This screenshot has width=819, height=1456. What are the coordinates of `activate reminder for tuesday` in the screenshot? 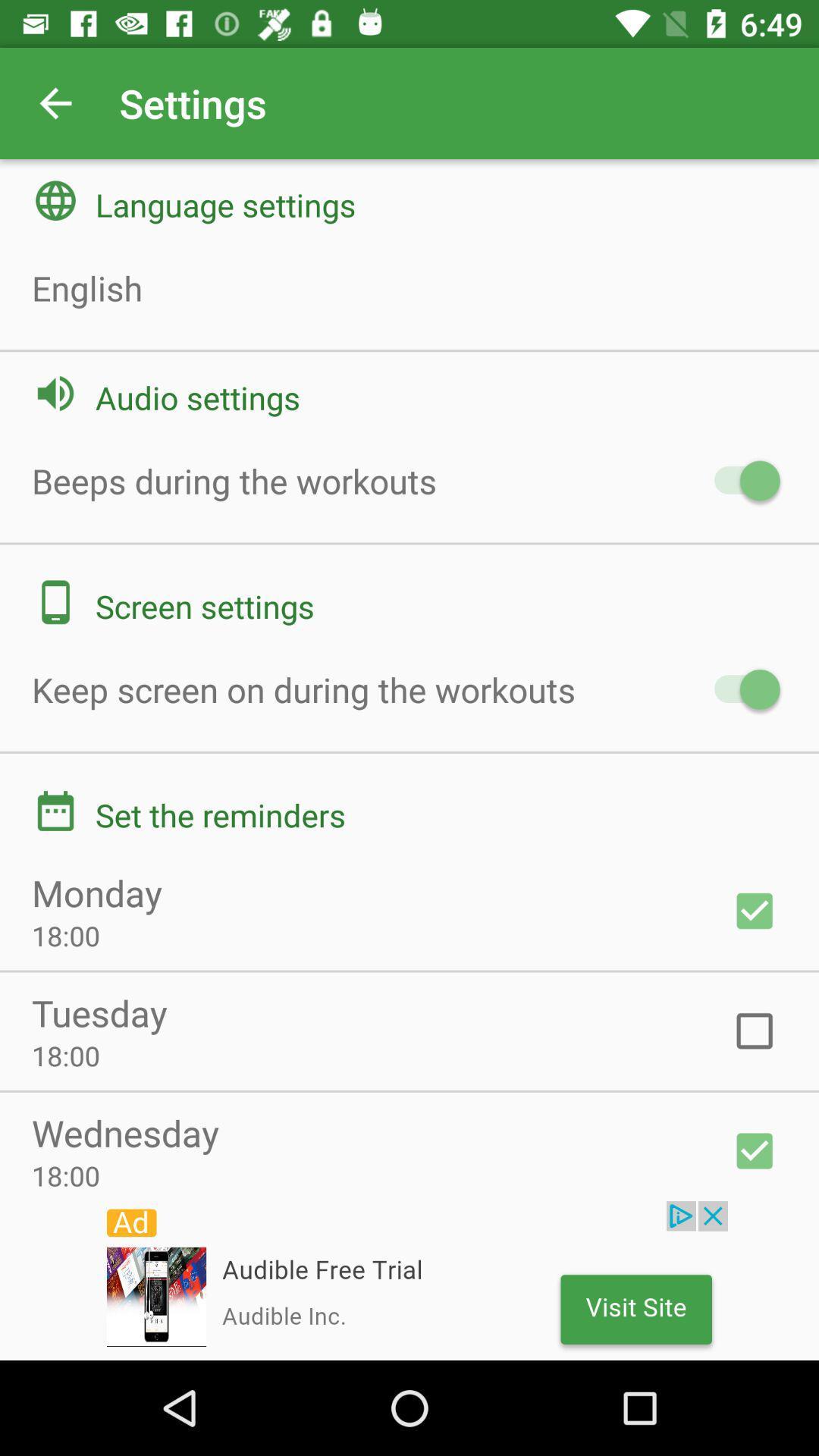 It's located at (755, 1031).